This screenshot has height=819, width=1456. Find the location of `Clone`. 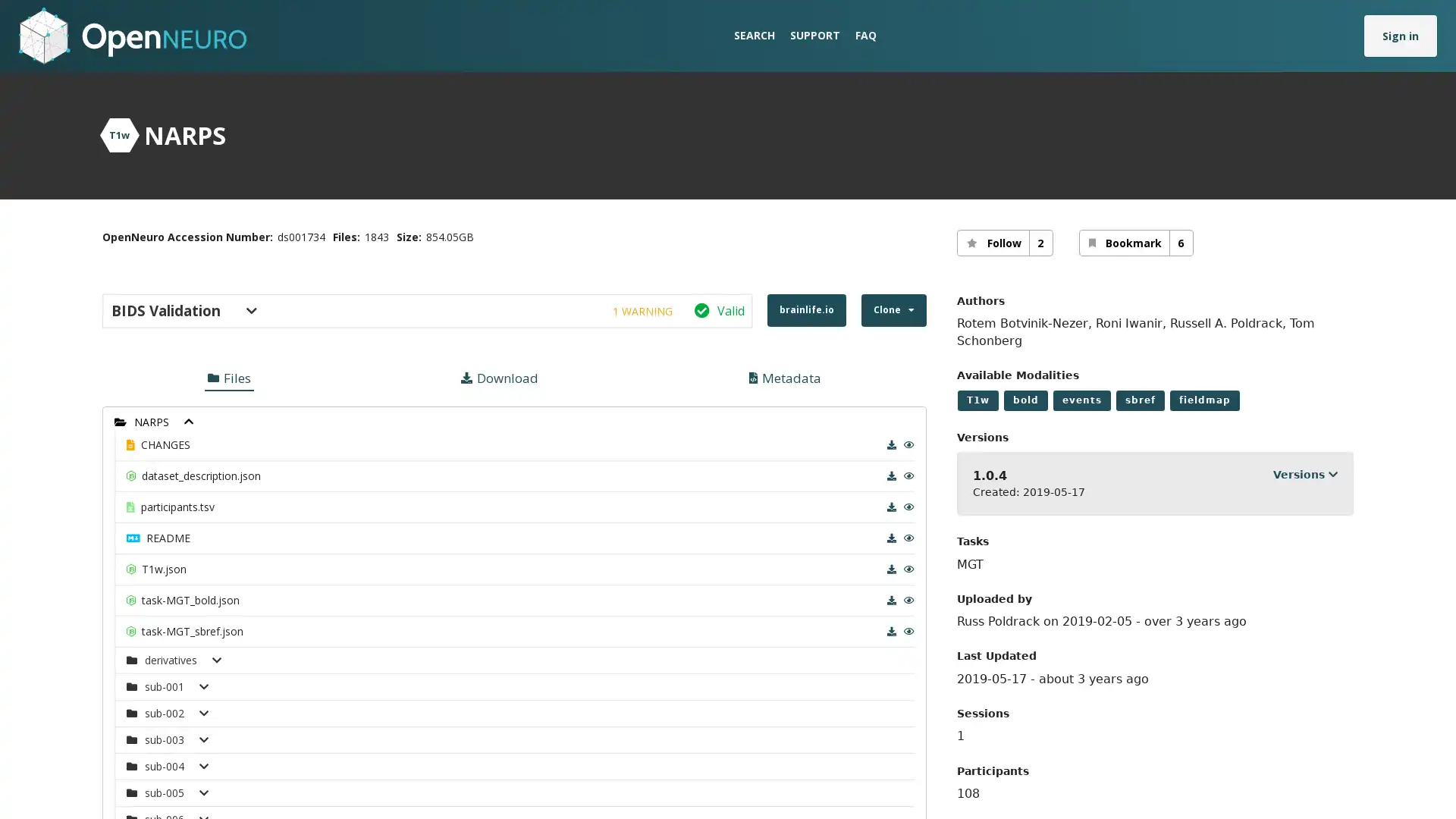

Clone is located at coordinates (893, 309).